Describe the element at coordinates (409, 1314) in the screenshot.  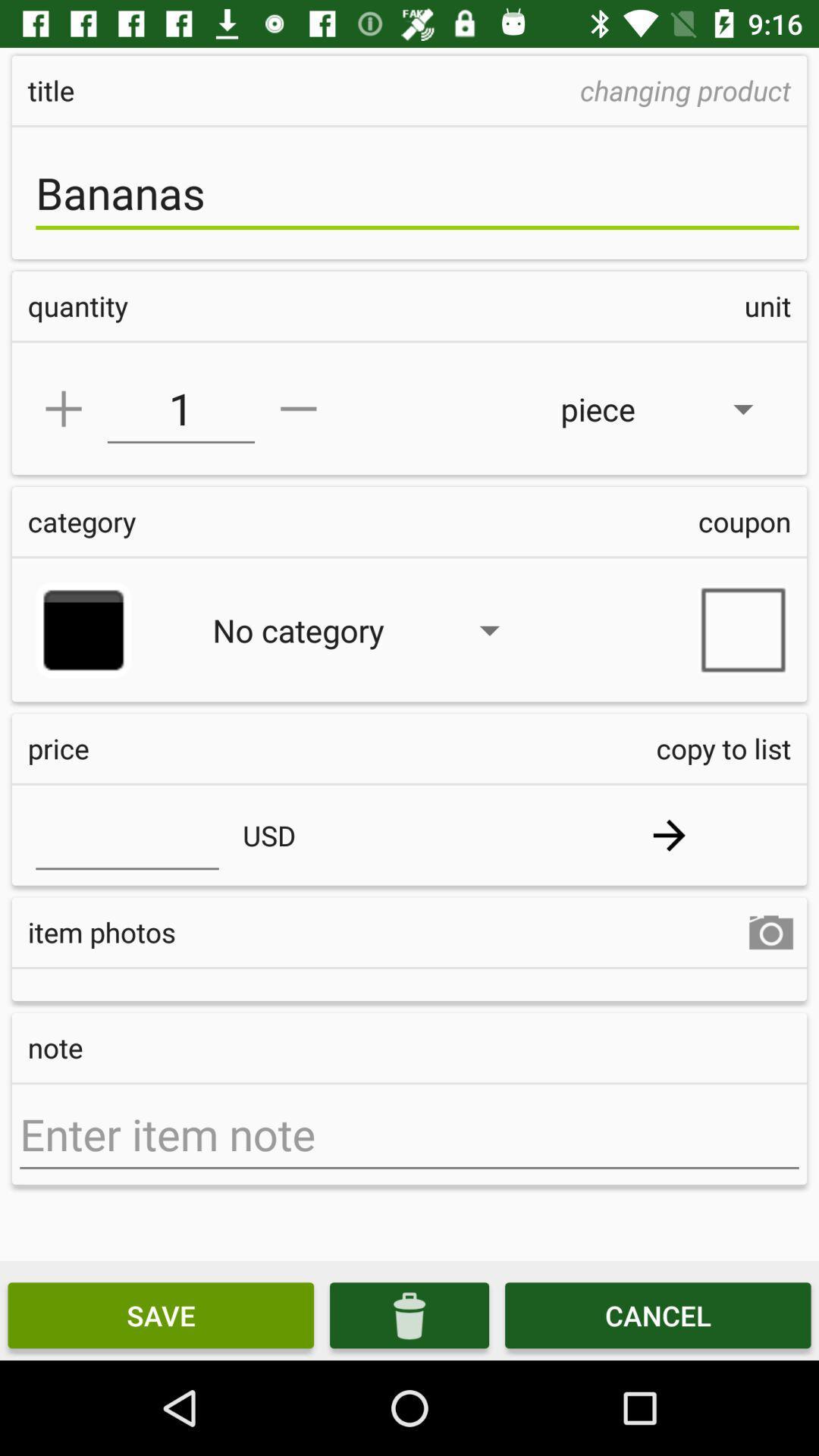
I see `the info icon` at that location.